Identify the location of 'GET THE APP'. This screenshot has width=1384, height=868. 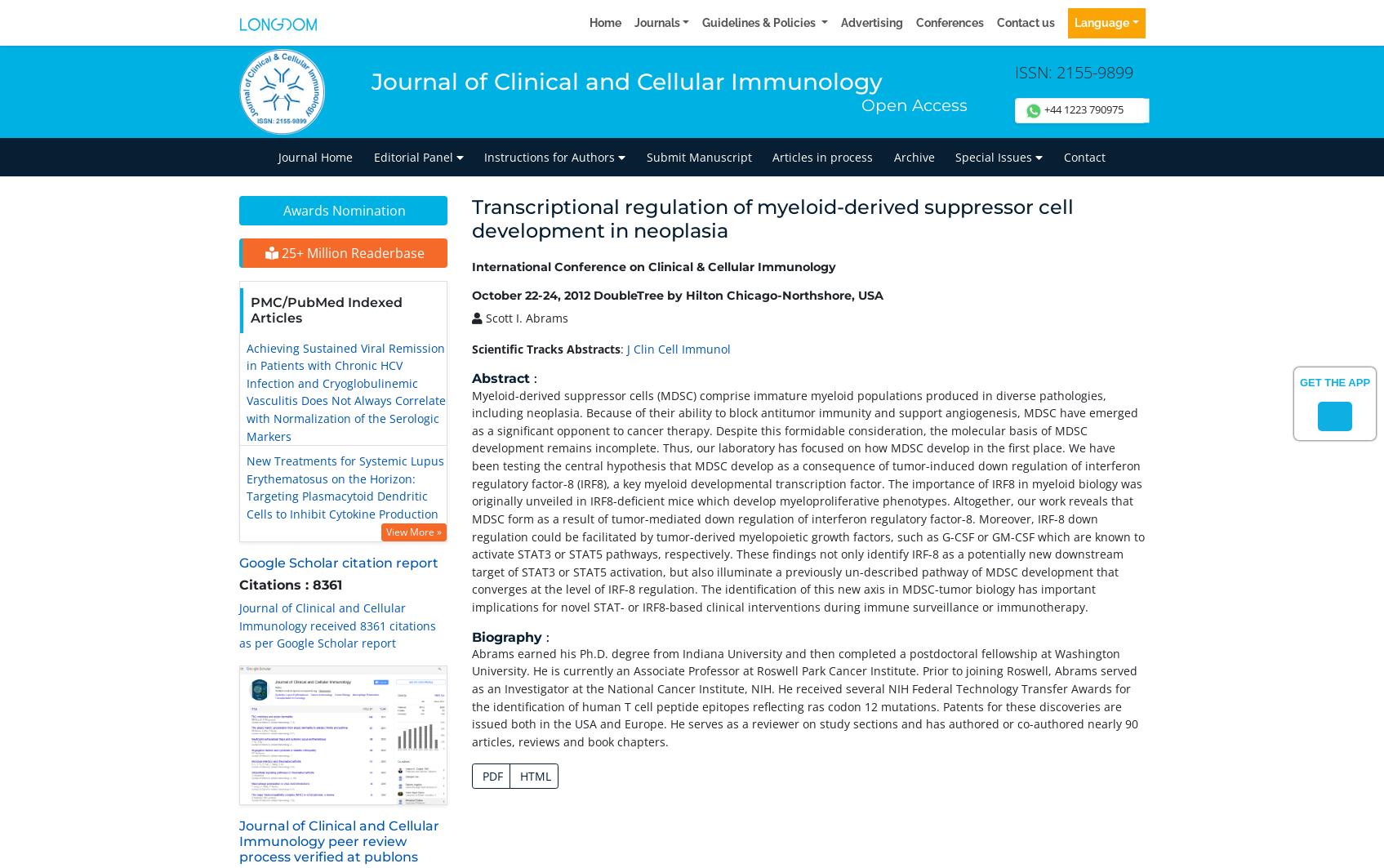
(1333, 382).